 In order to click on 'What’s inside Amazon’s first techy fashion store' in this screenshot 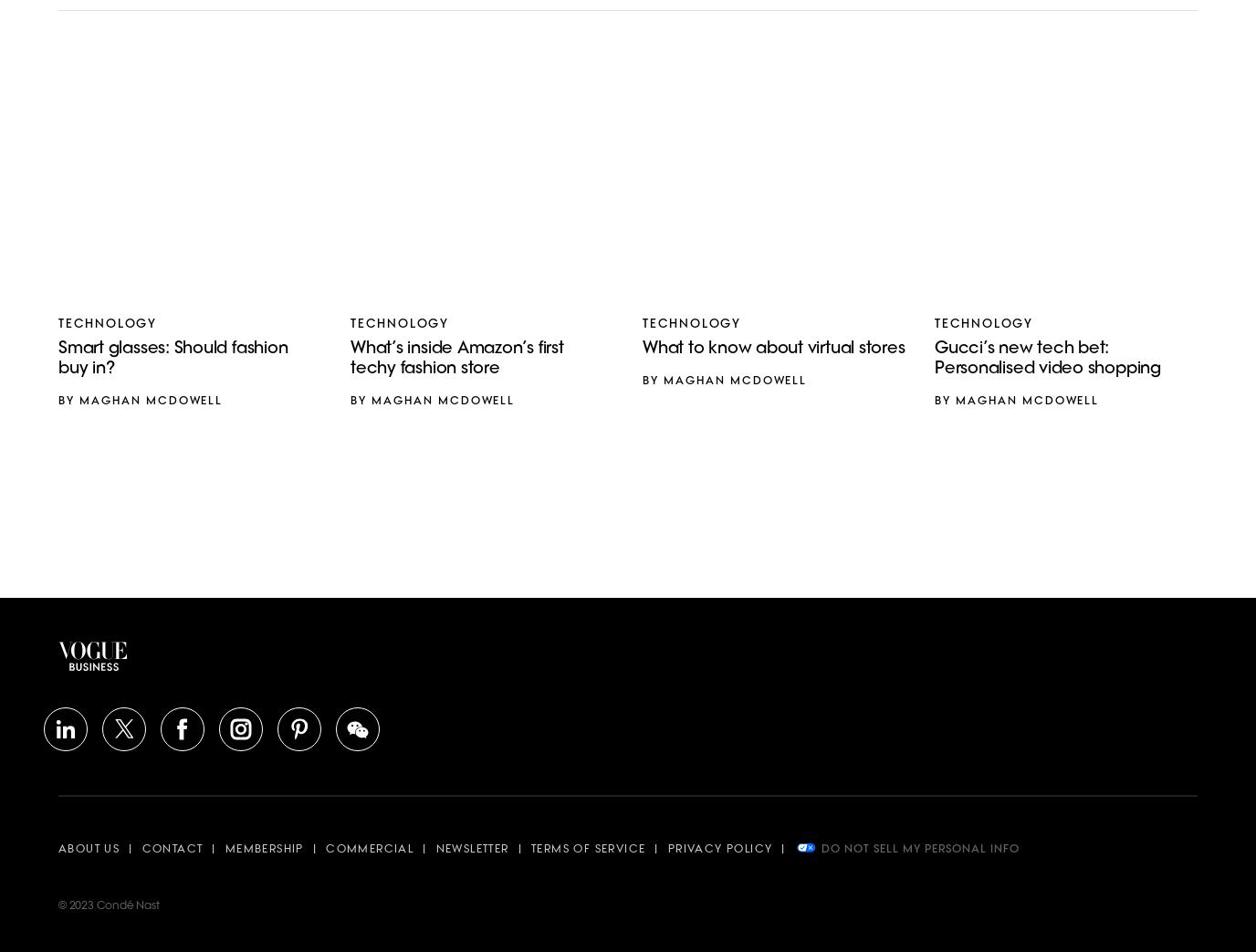, I will do `click(455, 359)`.